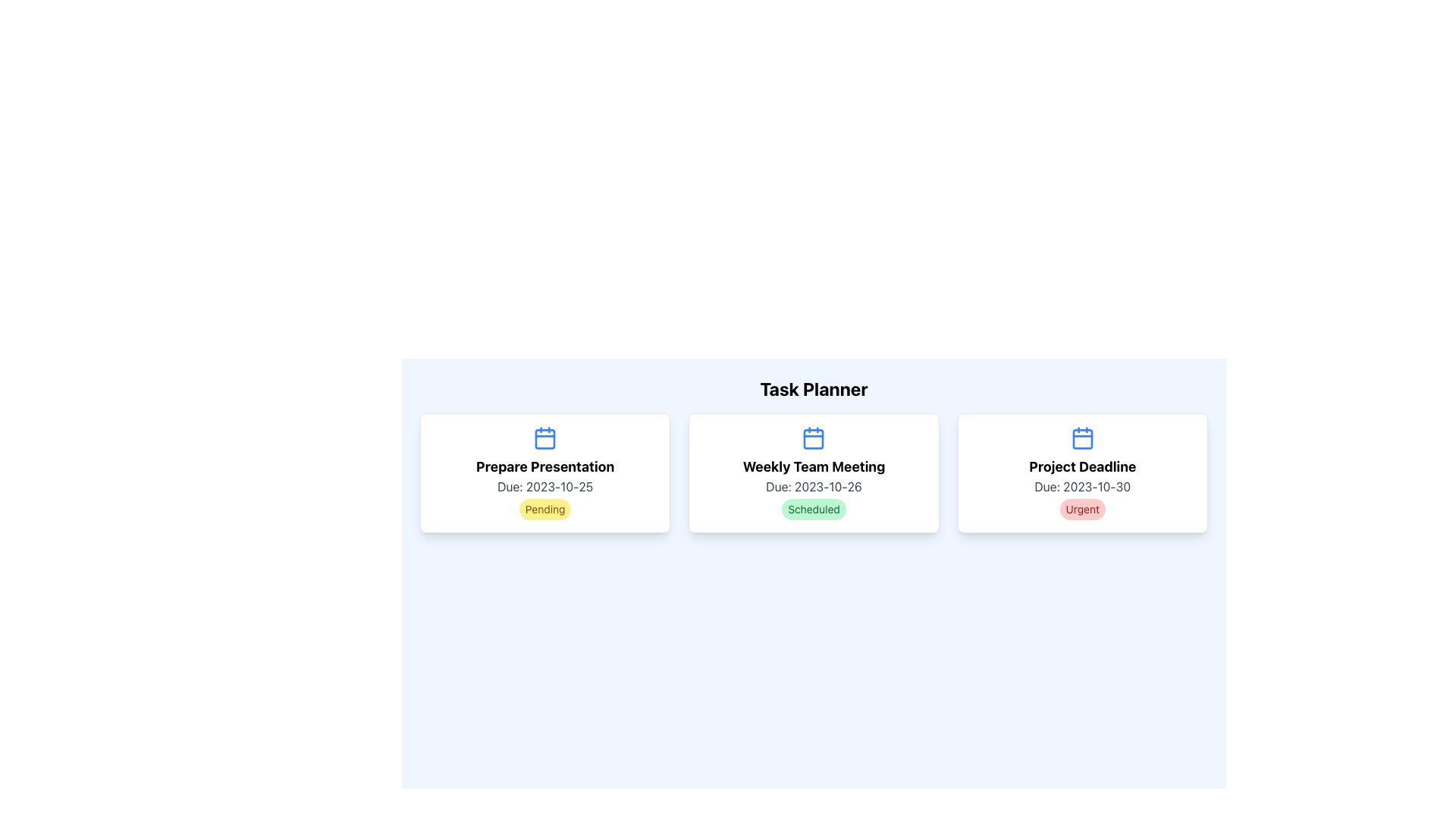  I want to click on the 'Scheduled' status label located at the bottom of the 'Weekly Team Meeting' card, so click(813, 509).